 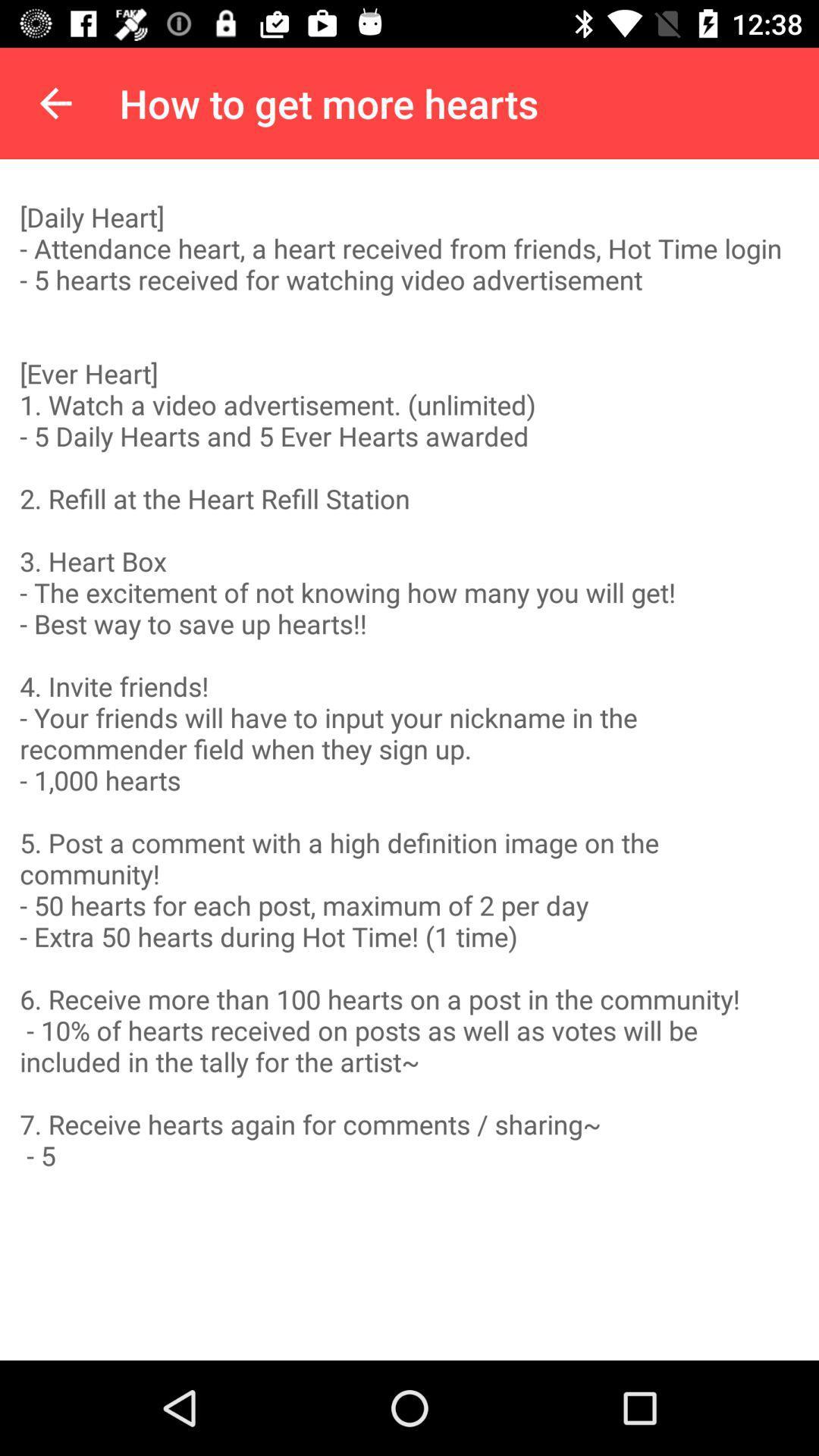 What do you see at coordinates (55, 102) in the screenshot?
I see `the icon at the top left corner` at bounding box center [55, 102].